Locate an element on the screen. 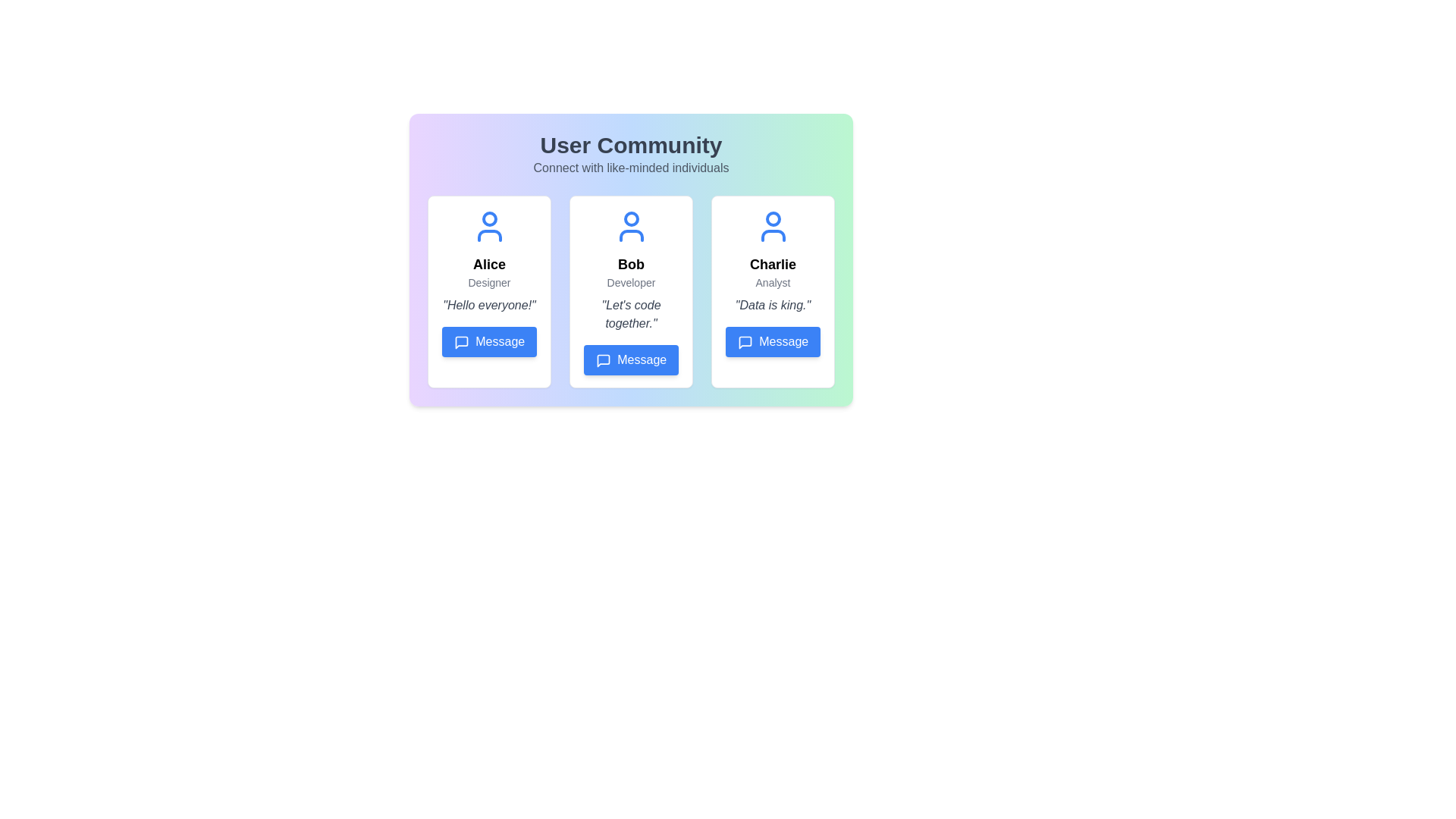 Image resolution: width=1456 pixels, height=819 pixels. displayed text 'Data is king.' from the text display component located within Charlie's user card, below the 'Analyst' label and above the blue 'Message' button is located at coordinates (773, 305).